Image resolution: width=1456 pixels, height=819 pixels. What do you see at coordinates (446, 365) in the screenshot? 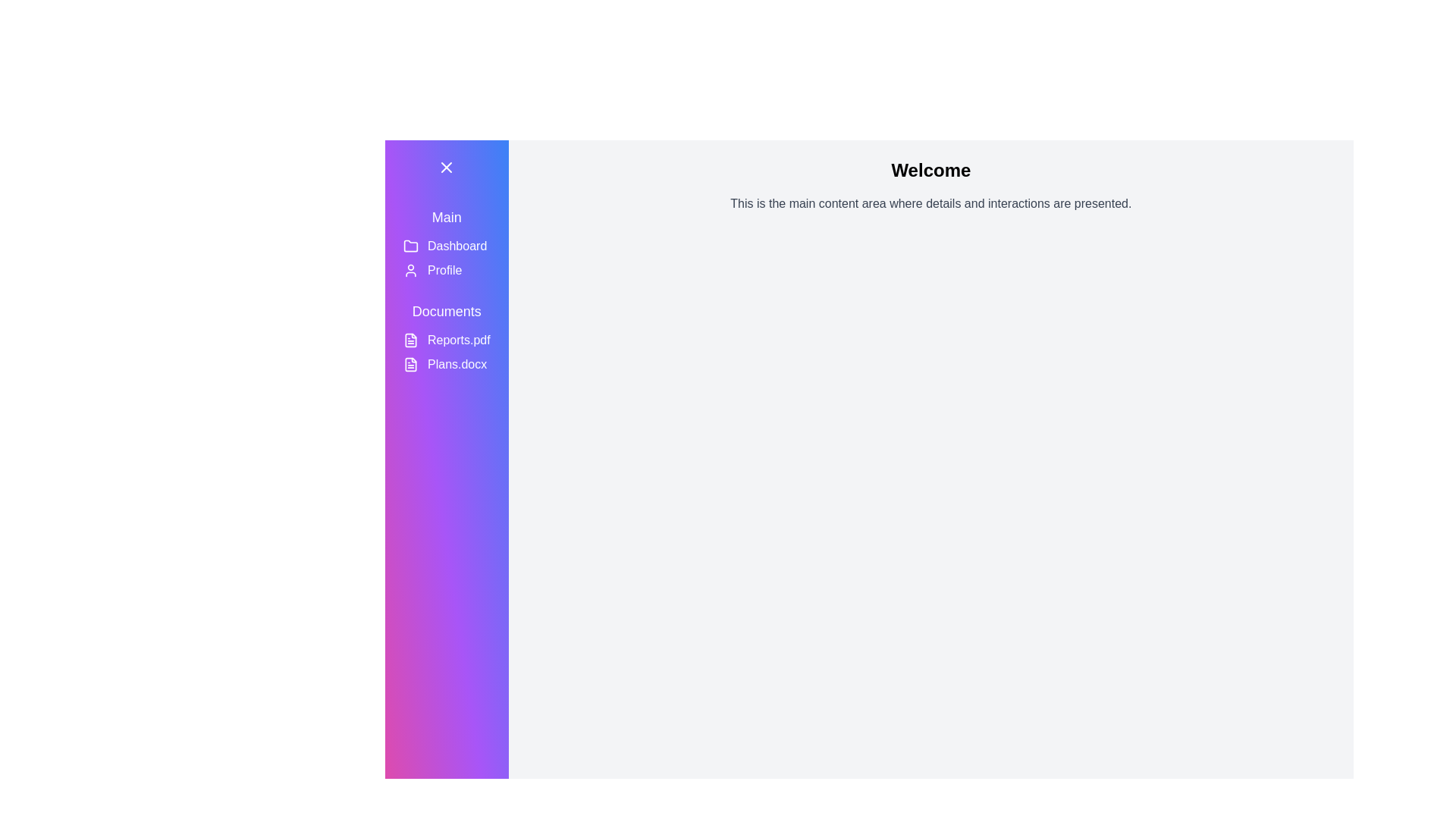
I see `the interactive button styled as a list item that combines an icon of a document and the text 'Plans.docx'` at bounding box center [446, 365].